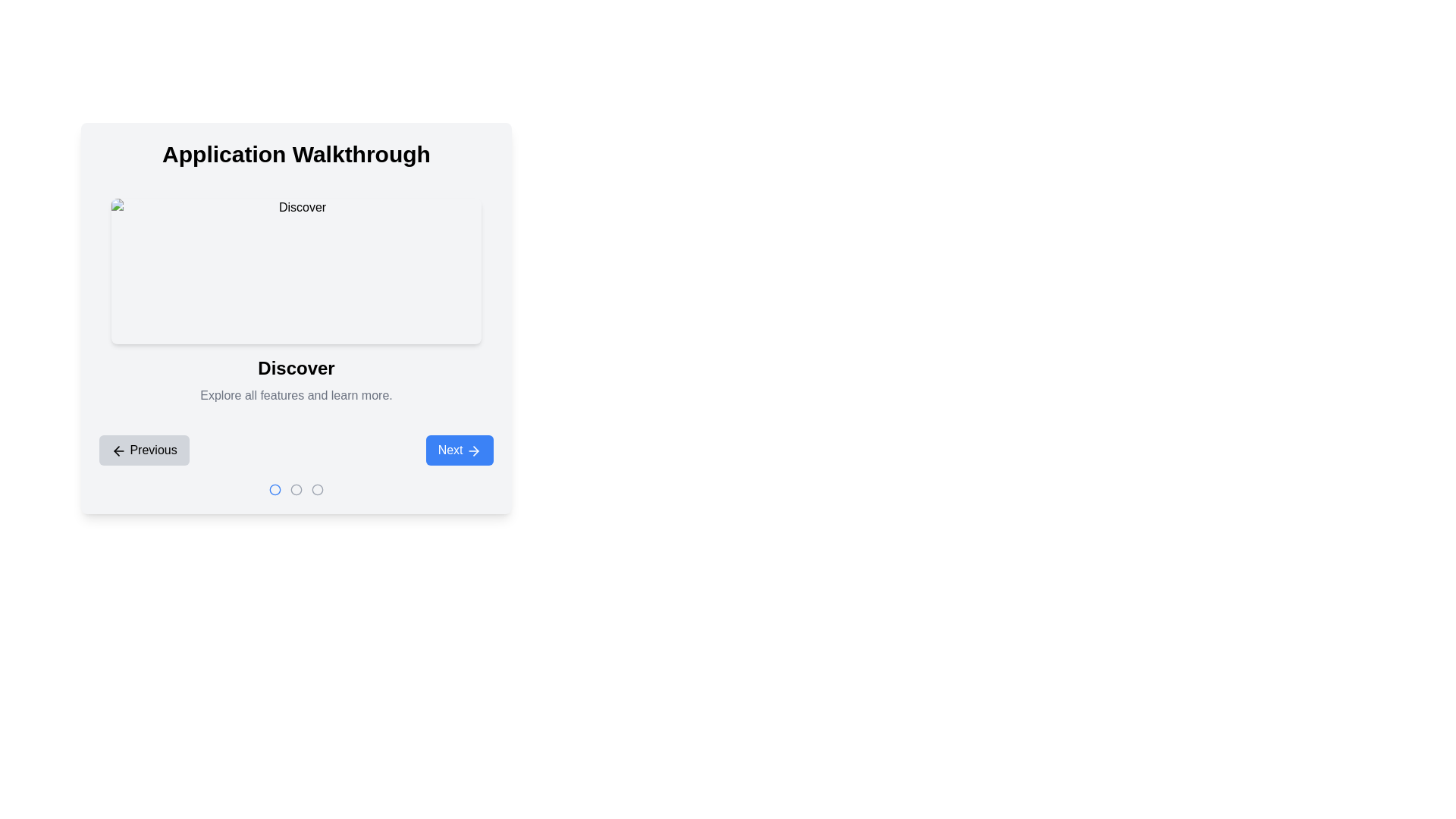 Image resolution: width=1456 pixels, height=819 pixels. I want to click on the rightward-pointing arrow icon inside the 'Next' button located at the bottom-right portion of the window, so click(475, 450).